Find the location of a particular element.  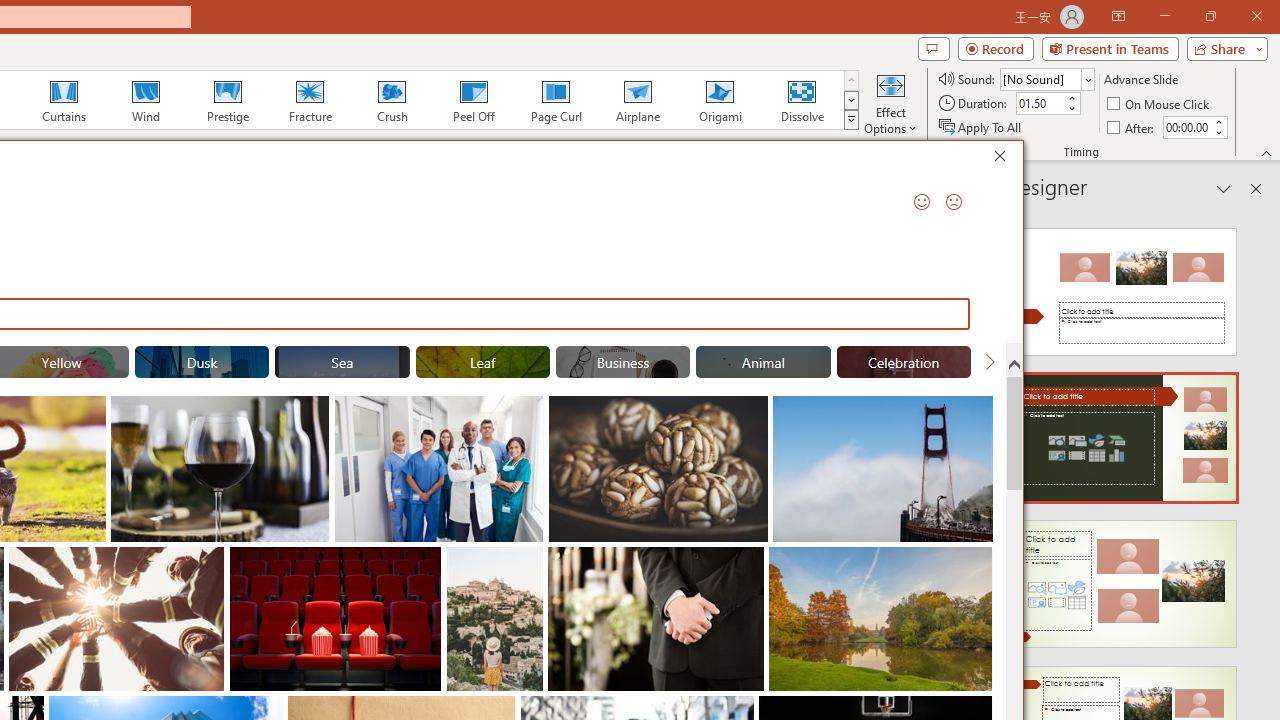

'Crush' is located at coordinates (391, 100).